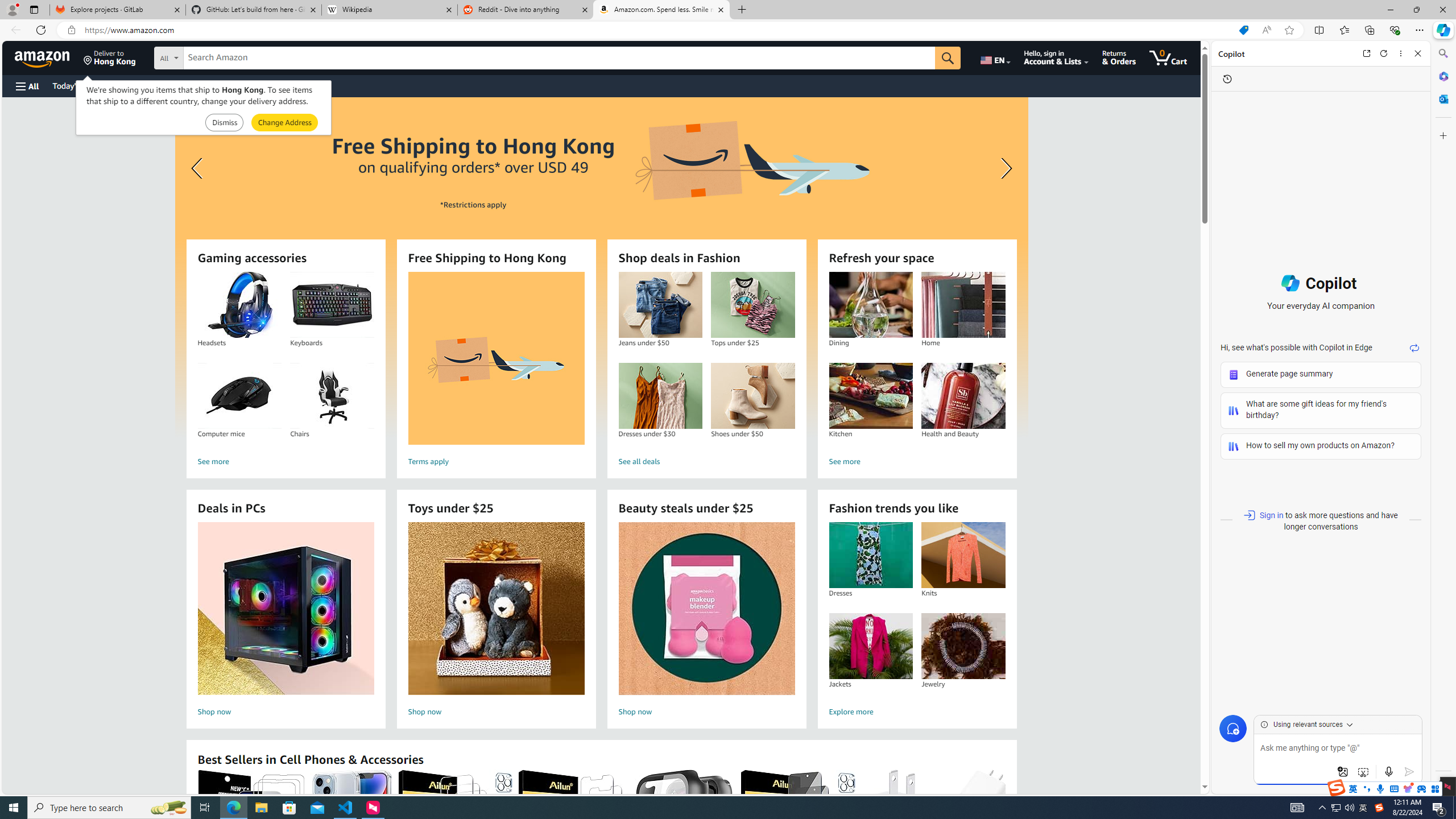  I want to click on 'Shoes under $50', so click(752, 396).